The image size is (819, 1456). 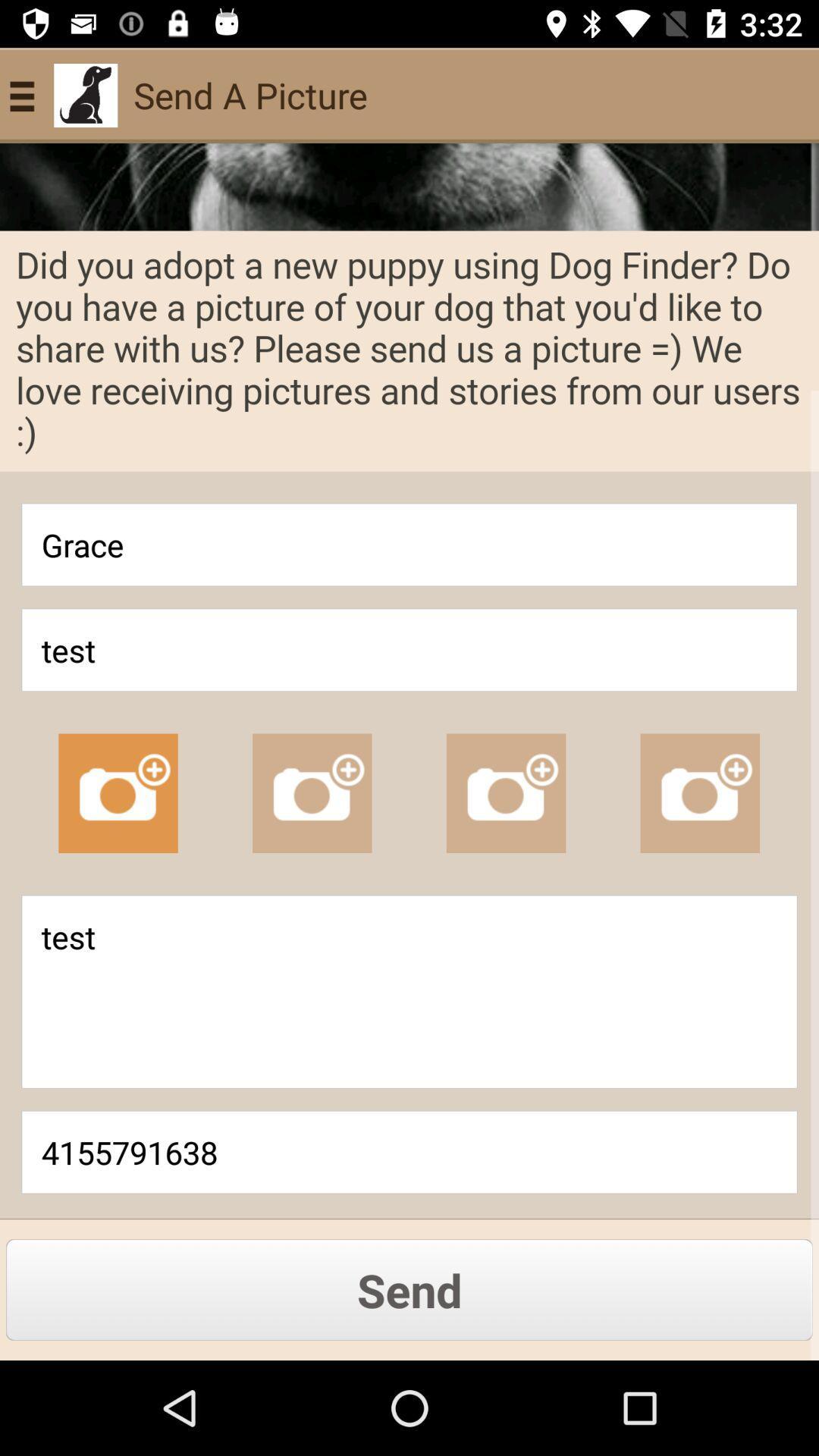 I want to click on the third camera button of the page, so click(x=506, y=792).